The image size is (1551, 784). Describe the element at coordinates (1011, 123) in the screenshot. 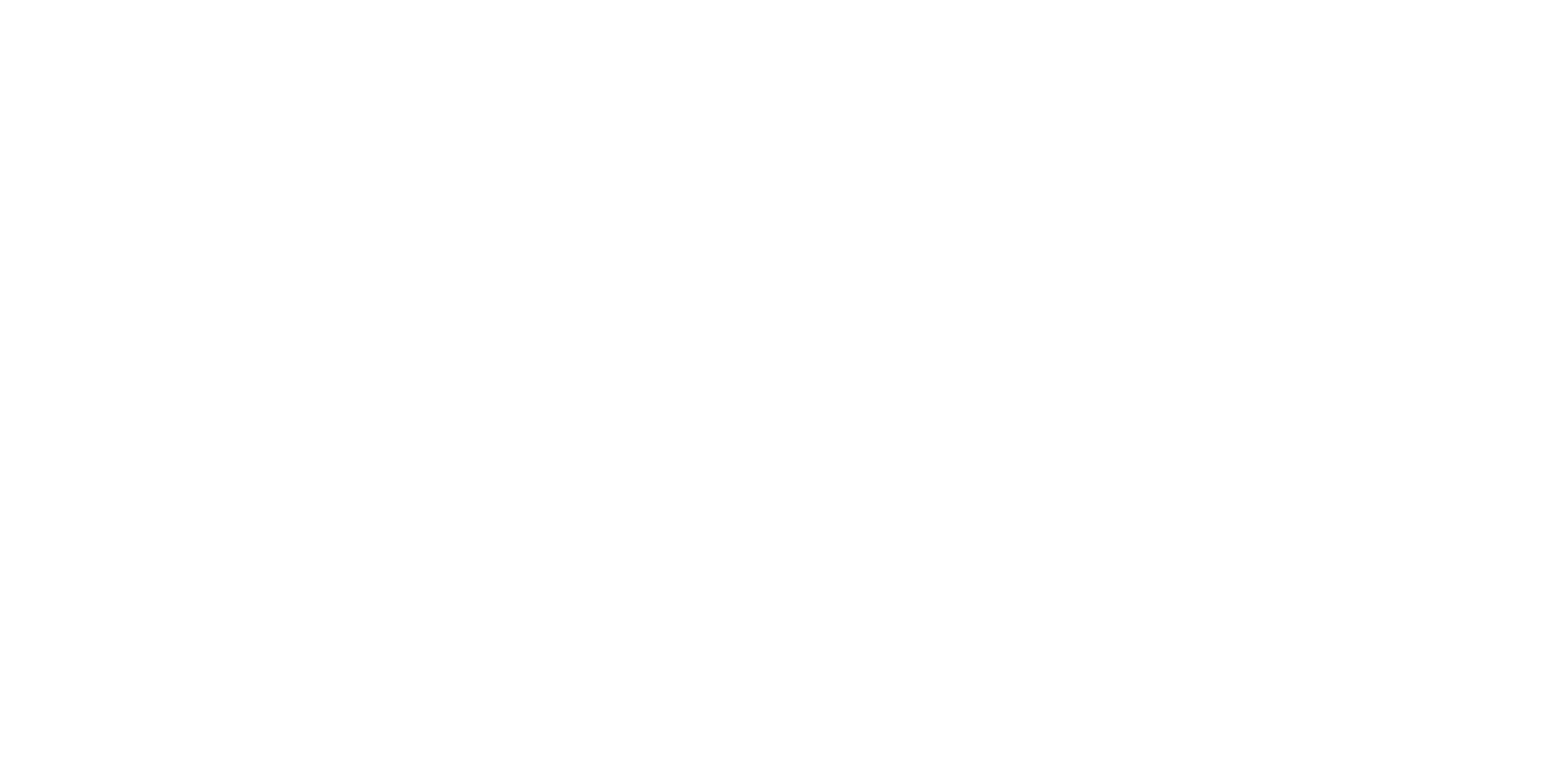

I see `'May 2016'` at that location.